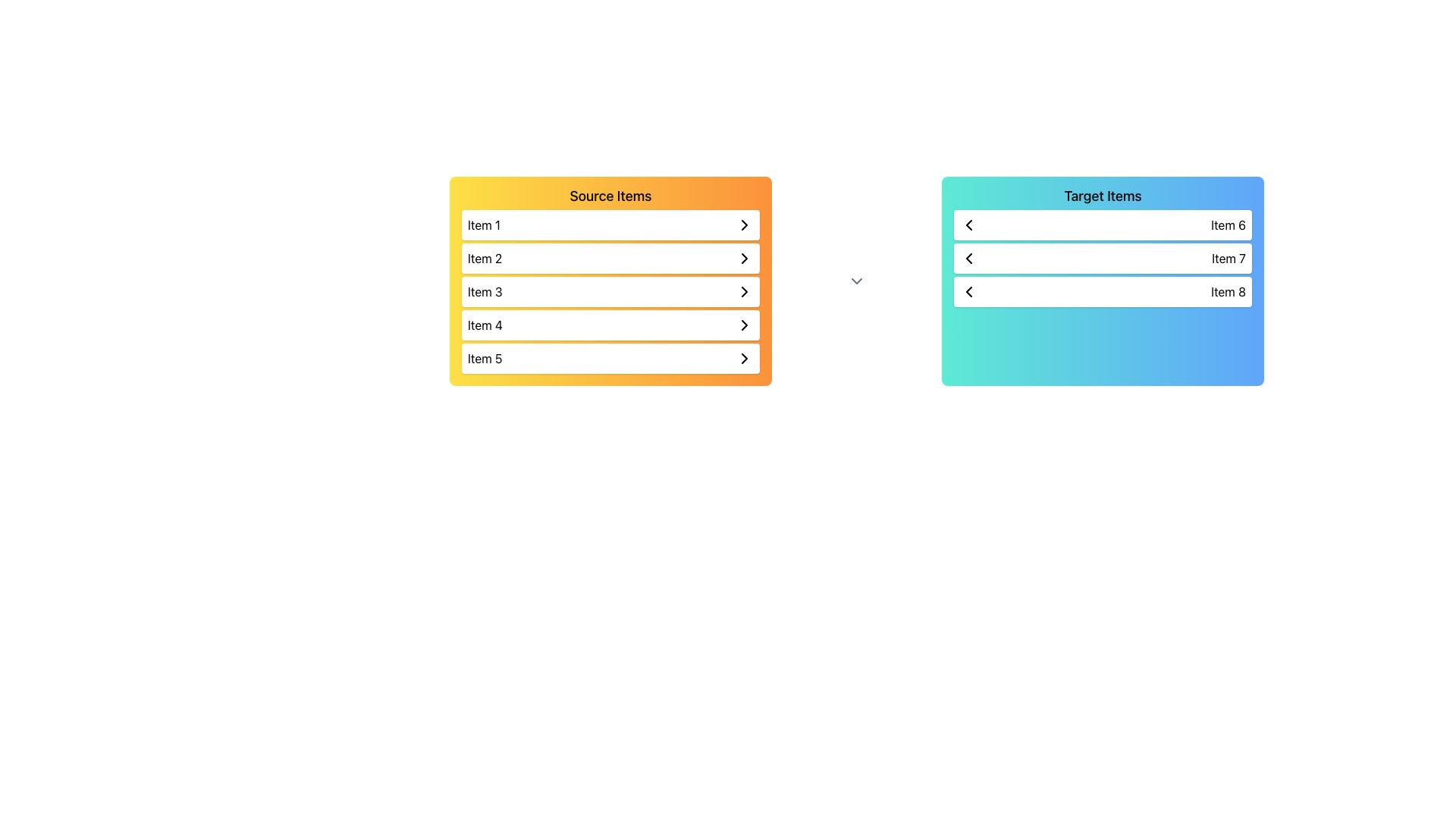 This screenshot has height=819, width=1456. Describe the element at coordinates (610, 292) in the screenshot. I see `the third row under the 'Source Items' panel` at that location.